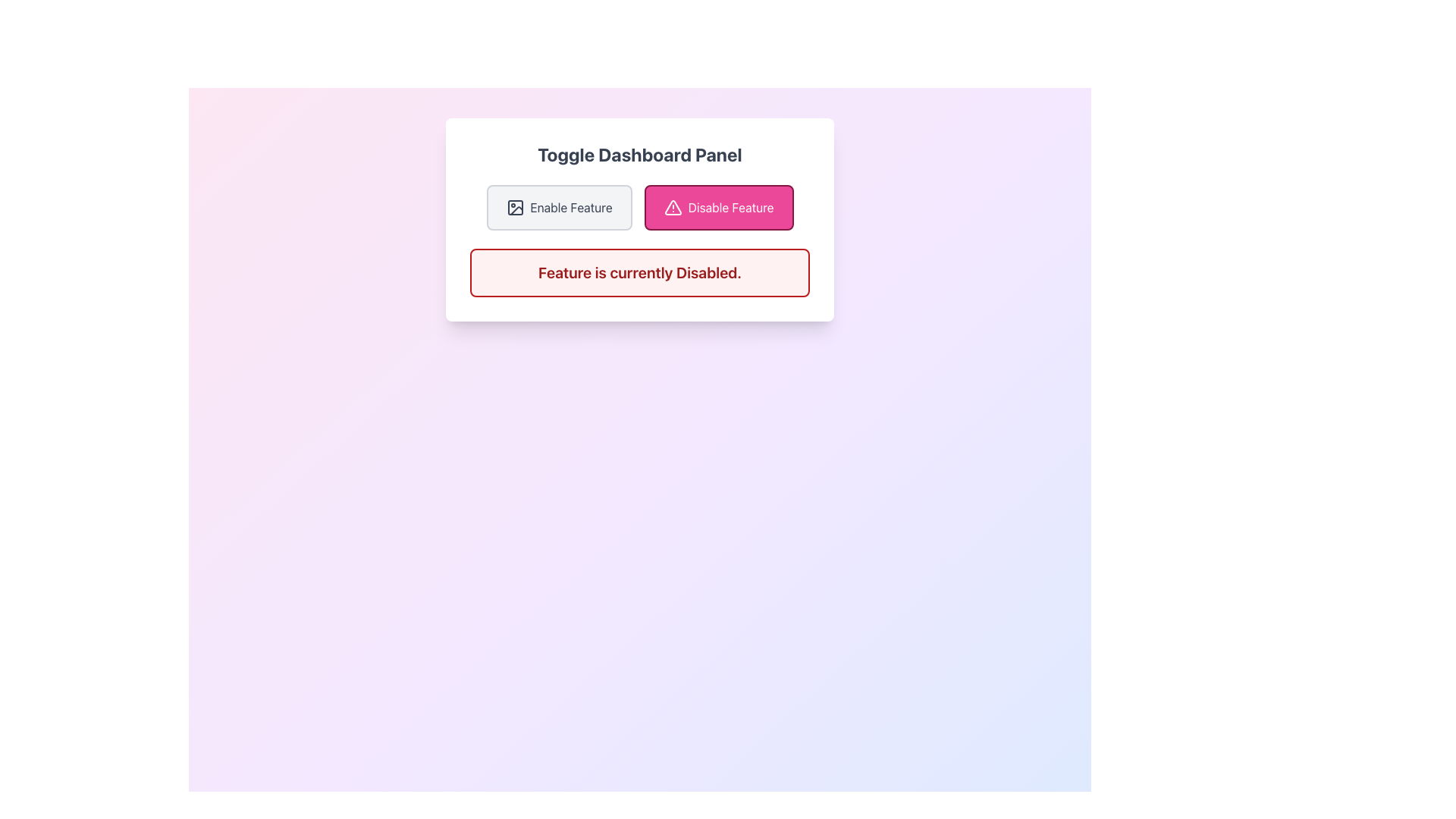 The height and width of the screenshot is (819, 1456). What do you see at coordinates (640, 271) in the screenshot?
I see `the Notification Box that indicates a feature is currently disabled, located below the 'Enable Feature' and 'Disable Feature' buttons` at bounding box center [640, 271].